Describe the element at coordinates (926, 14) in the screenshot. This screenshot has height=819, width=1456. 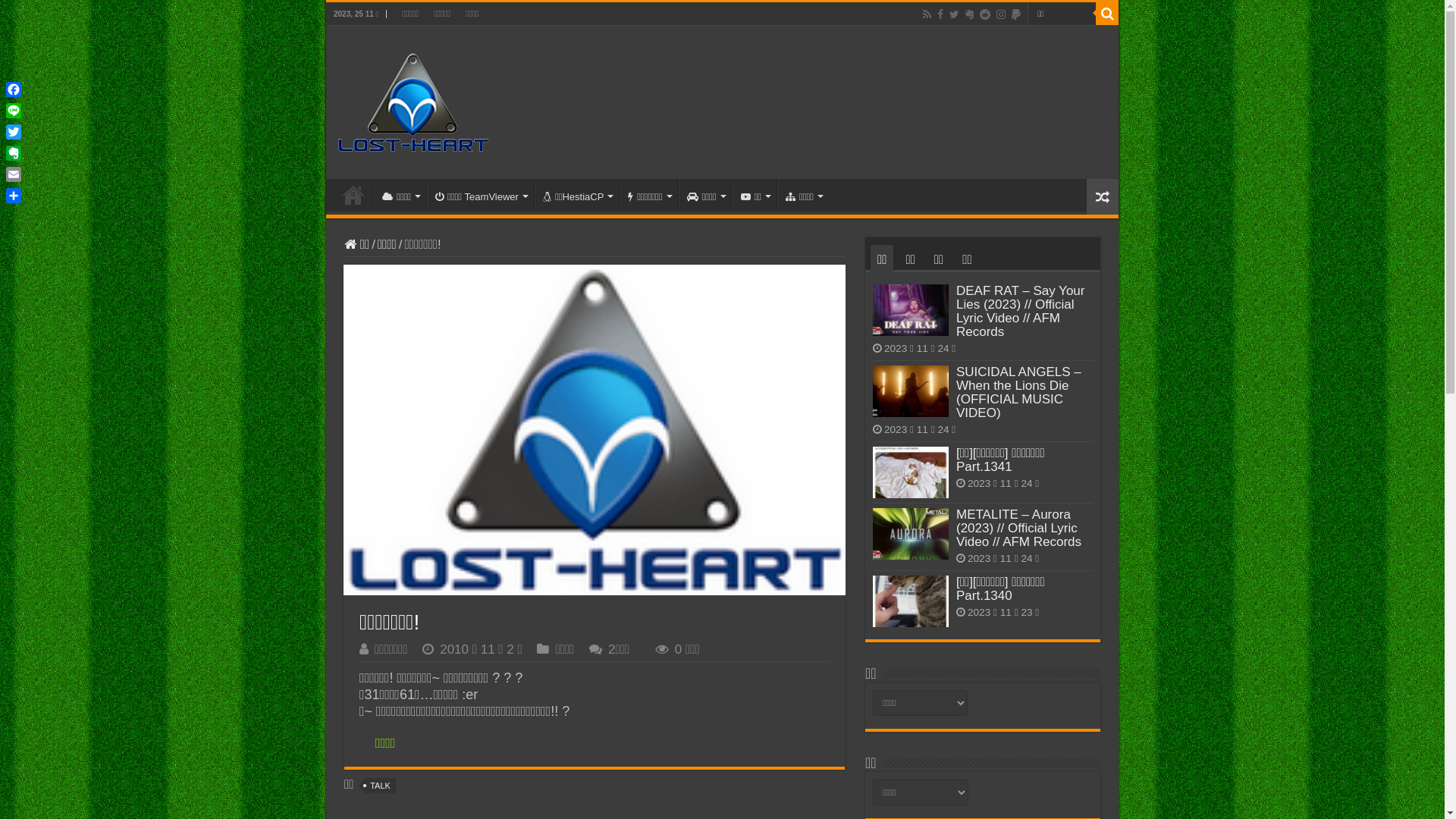
I see `'Rss'` at that location.